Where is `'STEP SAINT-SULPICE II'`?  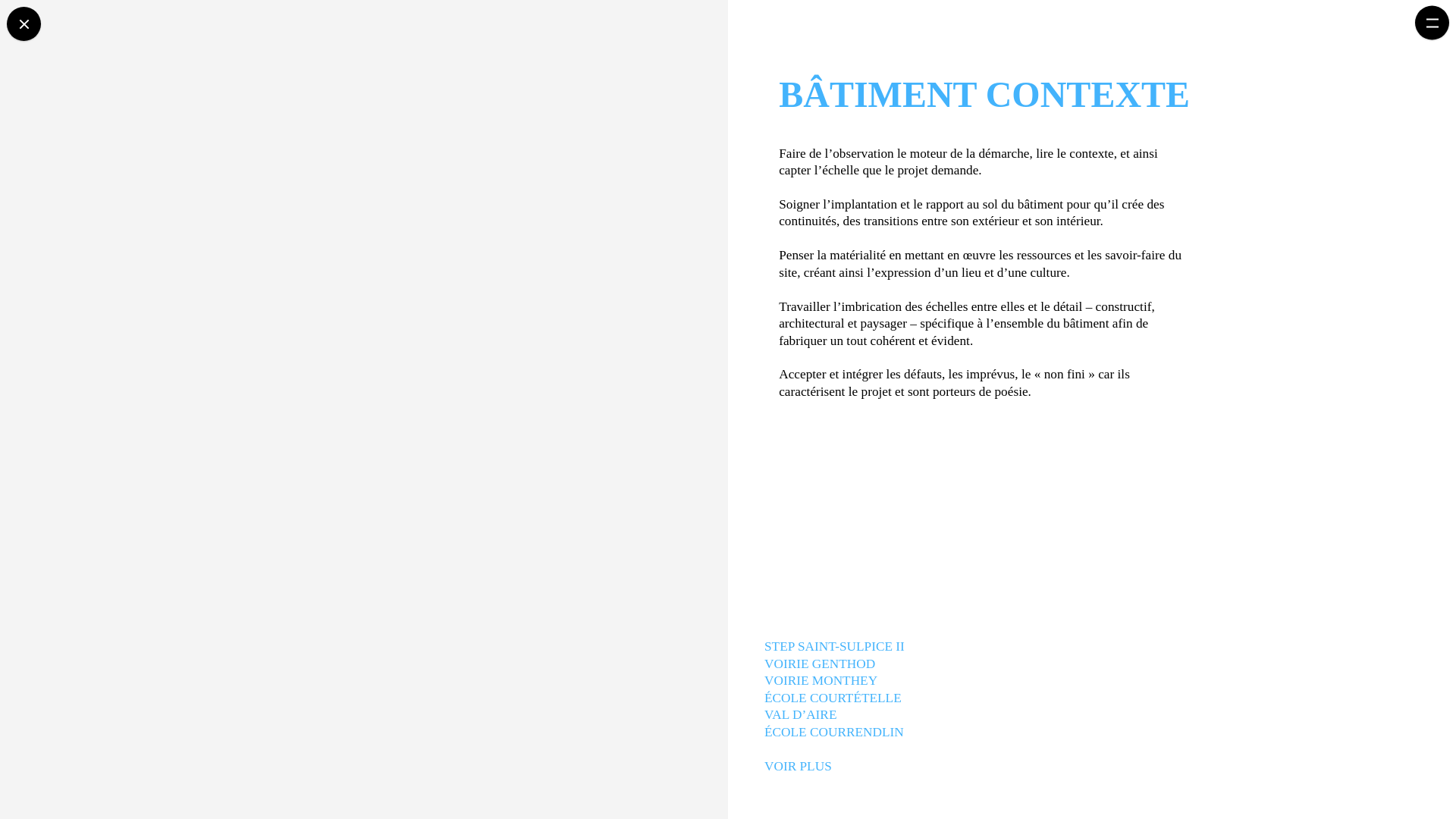
'STEP SAINT-SULPICE II' is located at coordinates (834, 647).